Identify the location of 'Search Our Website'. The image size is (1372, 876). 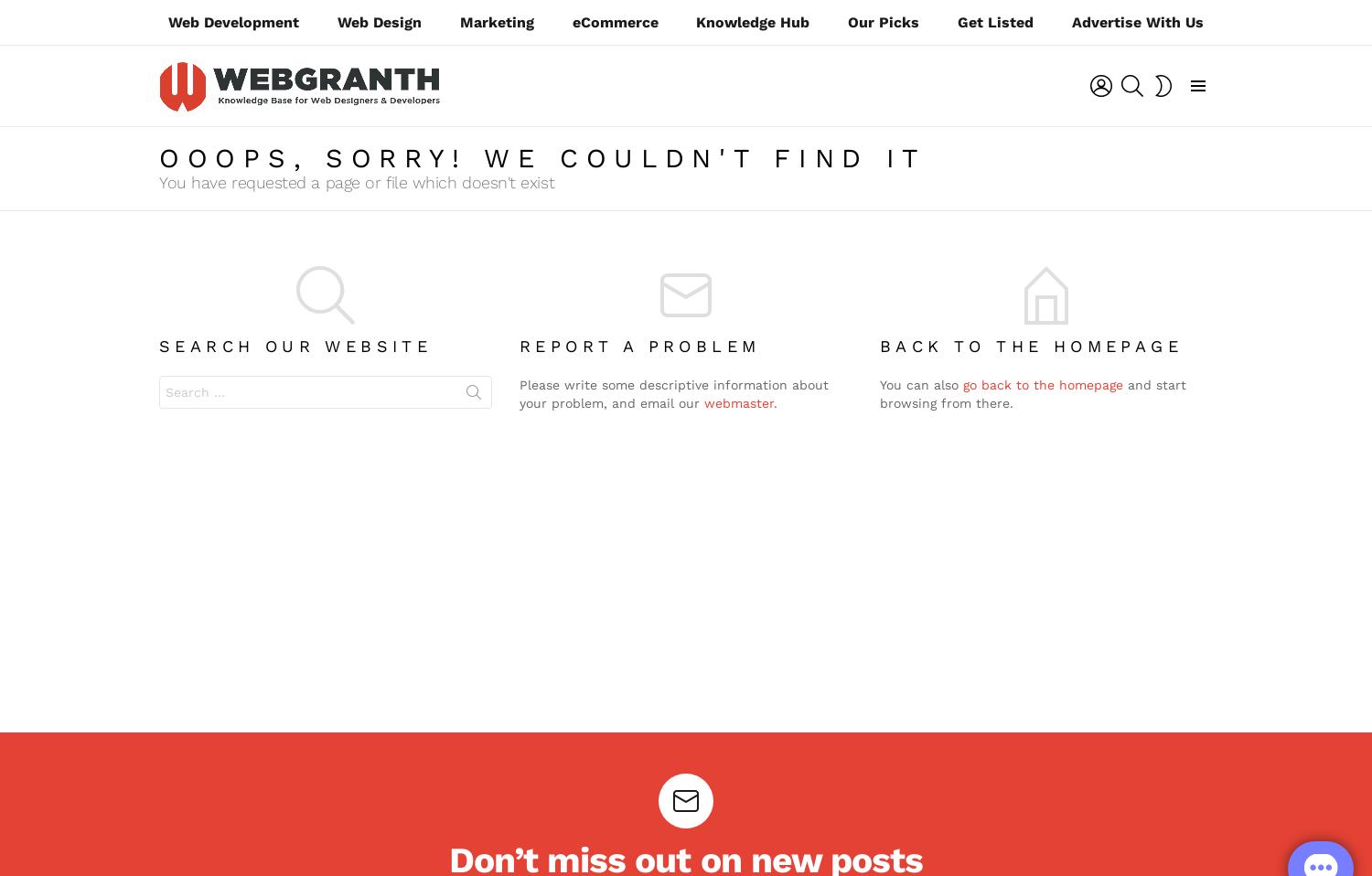
(159, 345).